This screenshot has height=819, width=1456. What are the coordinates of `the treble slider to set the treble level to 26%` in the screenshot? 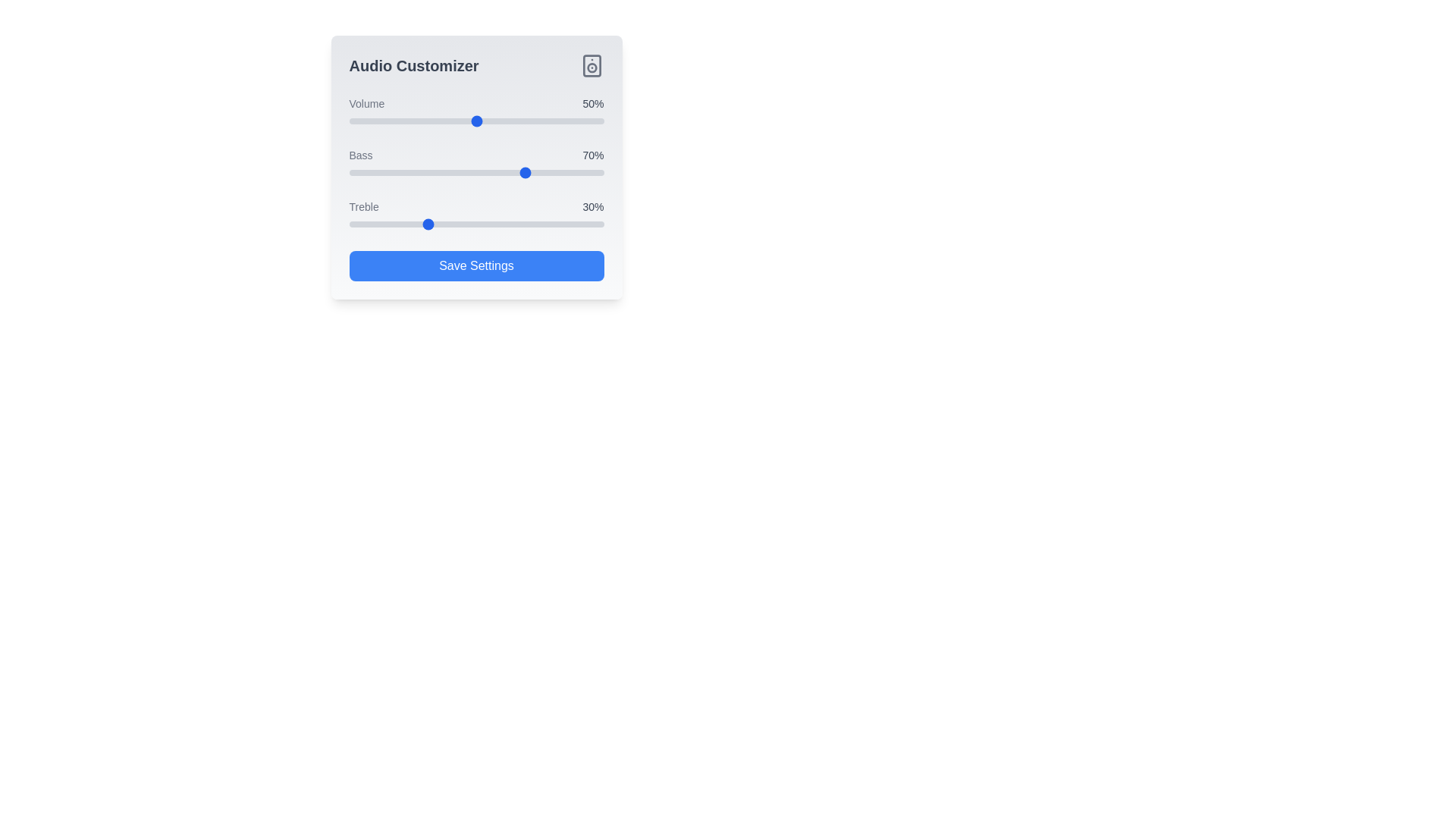 It's located at (415, 224).